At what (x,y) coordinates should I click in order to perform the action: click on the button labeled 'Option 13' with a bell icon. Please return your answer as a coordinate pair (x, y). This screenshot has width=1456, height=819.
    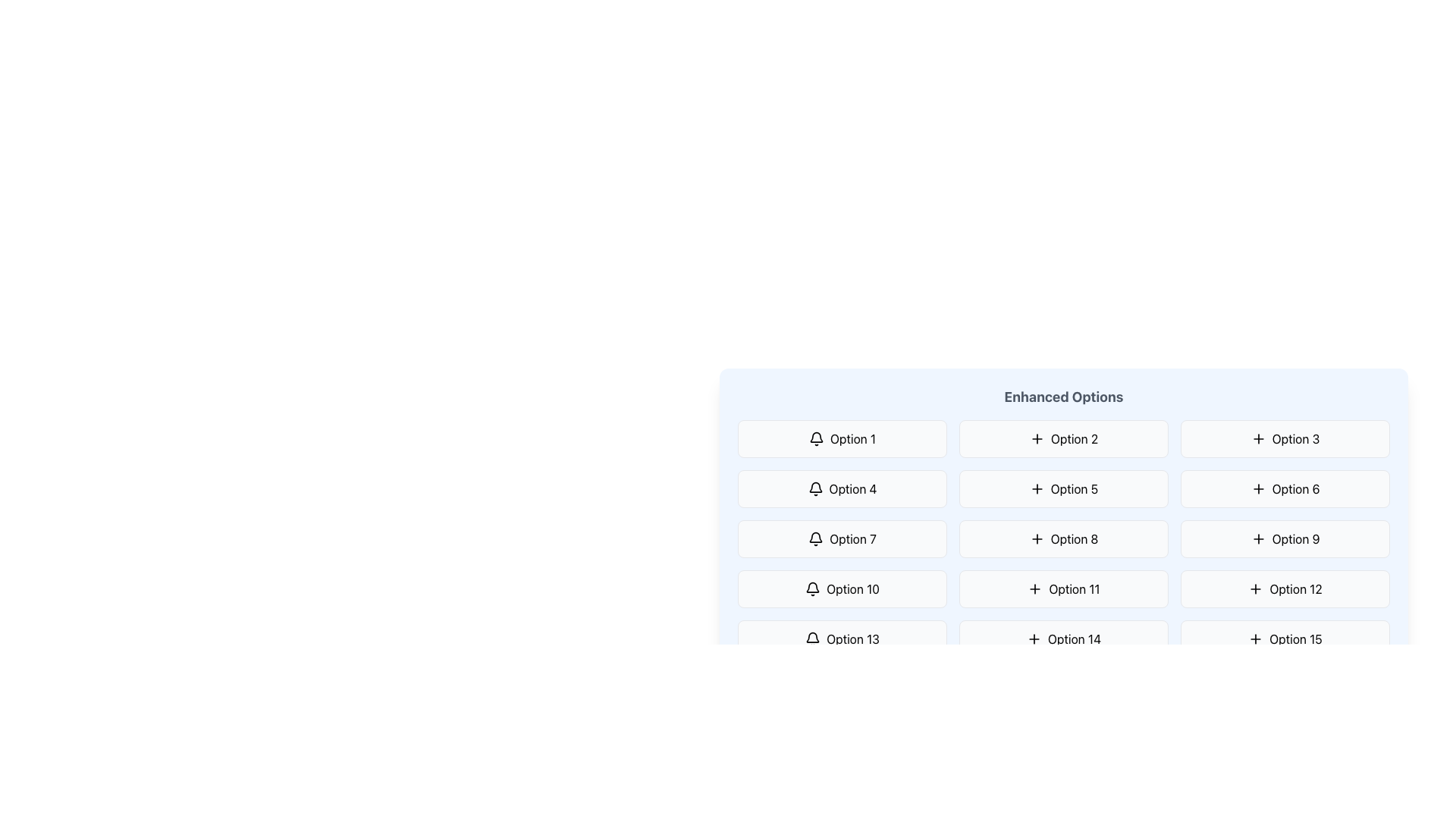
    Looking at the image, I should click on (841, 639).